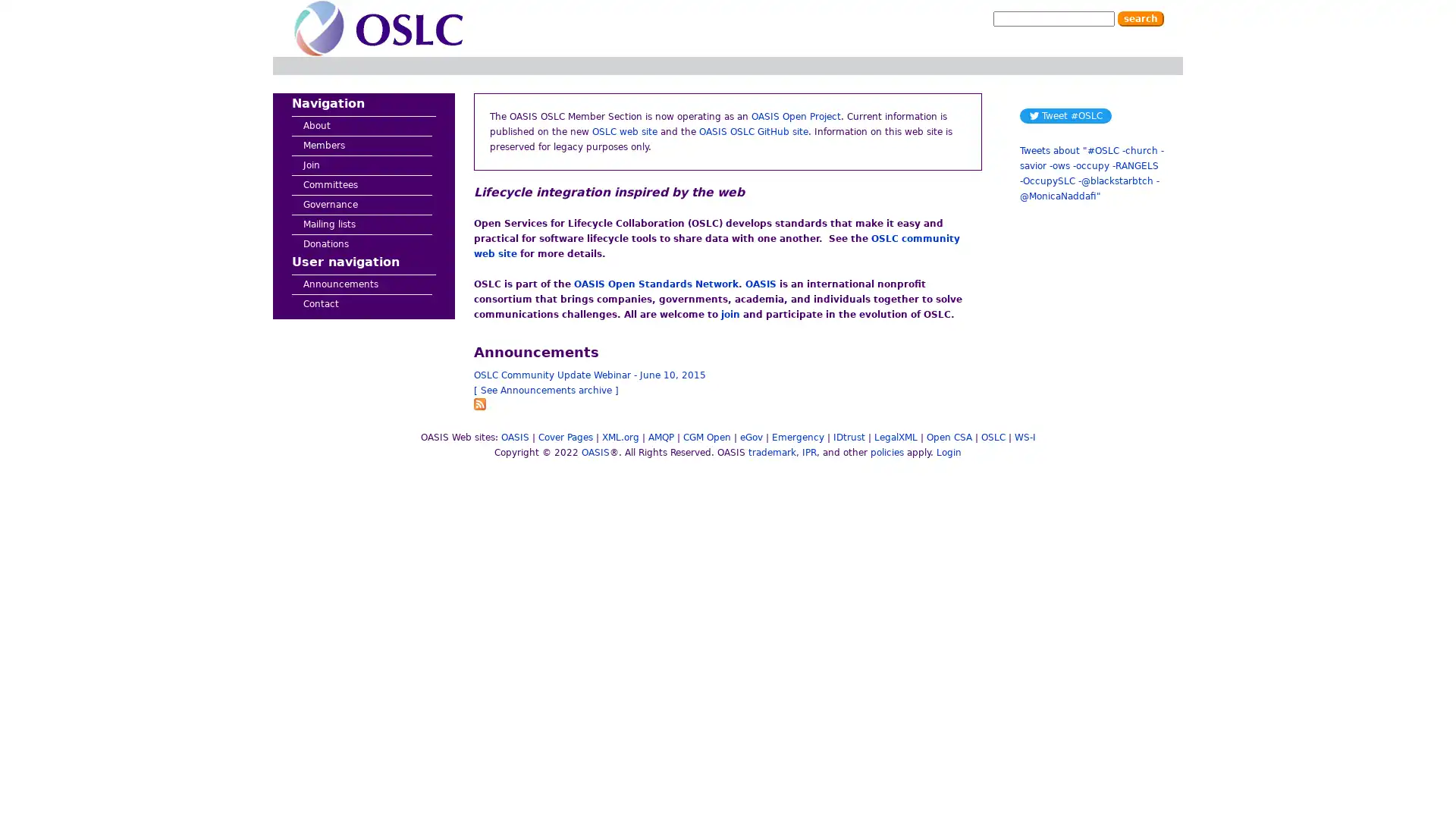  I want to click on Search, so click(1141, 18).